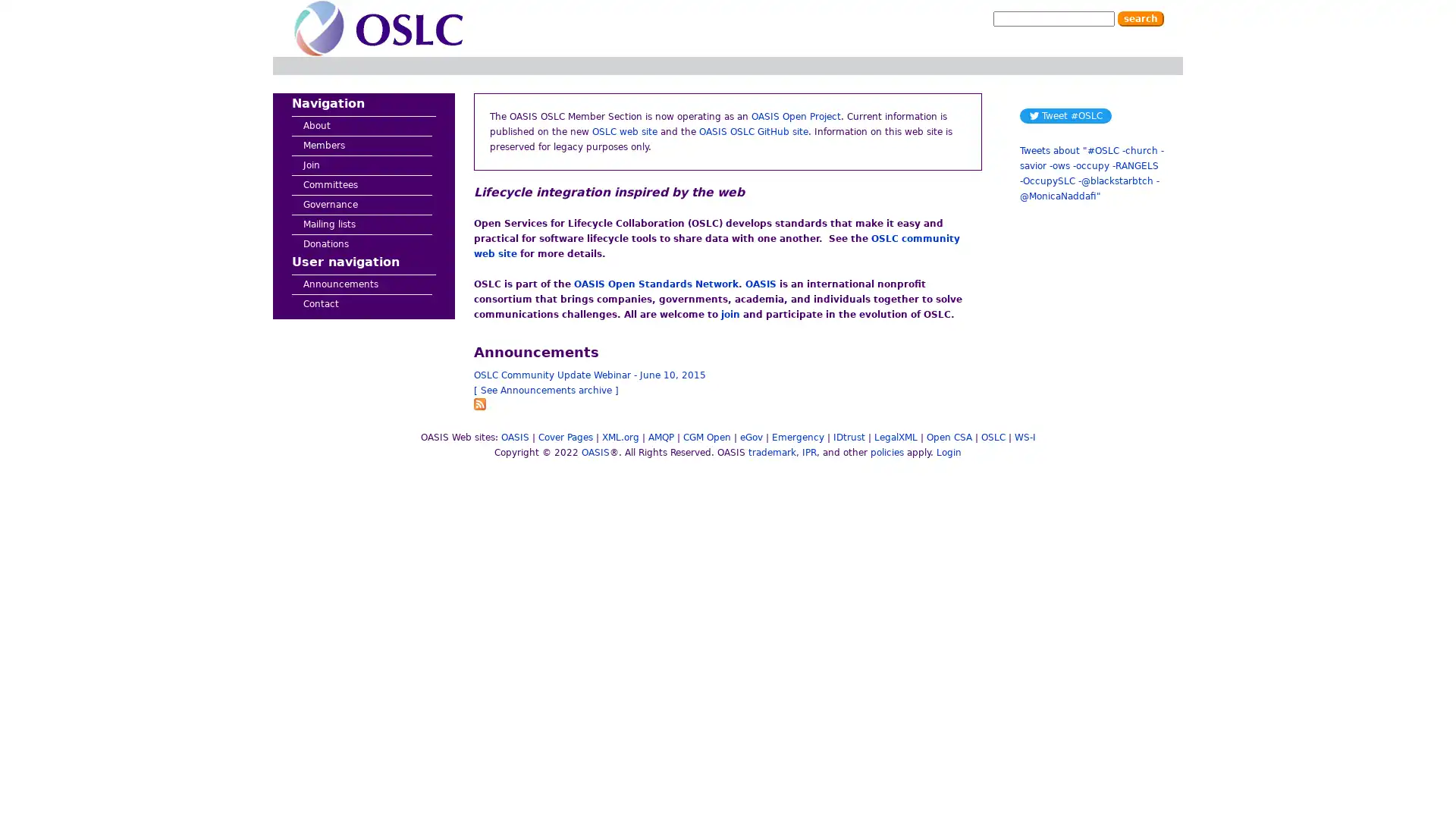  I want to click on Search, so click(1141, 18).